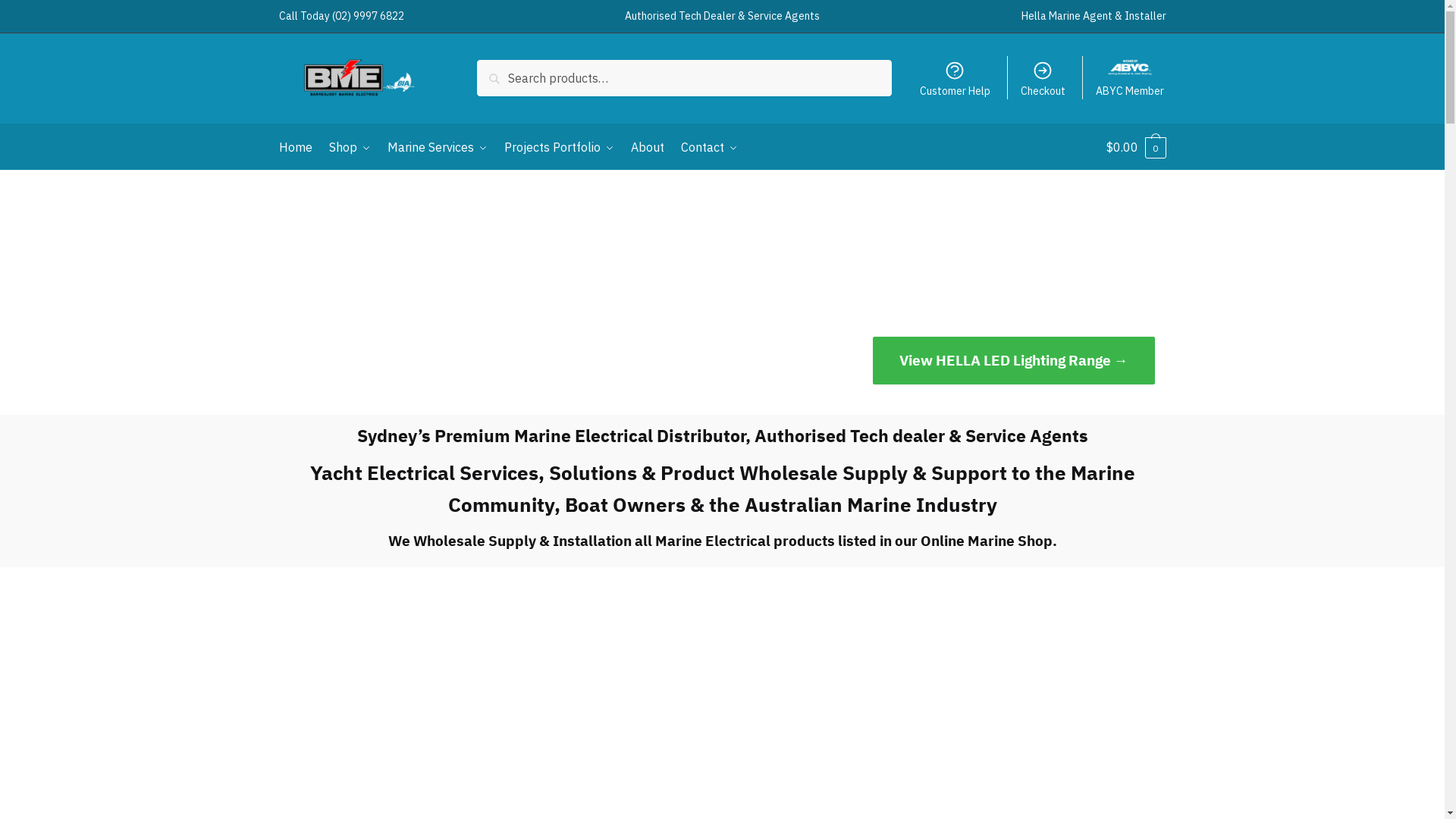  What do you see at coordinates (497, 146) in the screenshot?
I see `'Projects Portfolio'` at bounding box center [497, 146].